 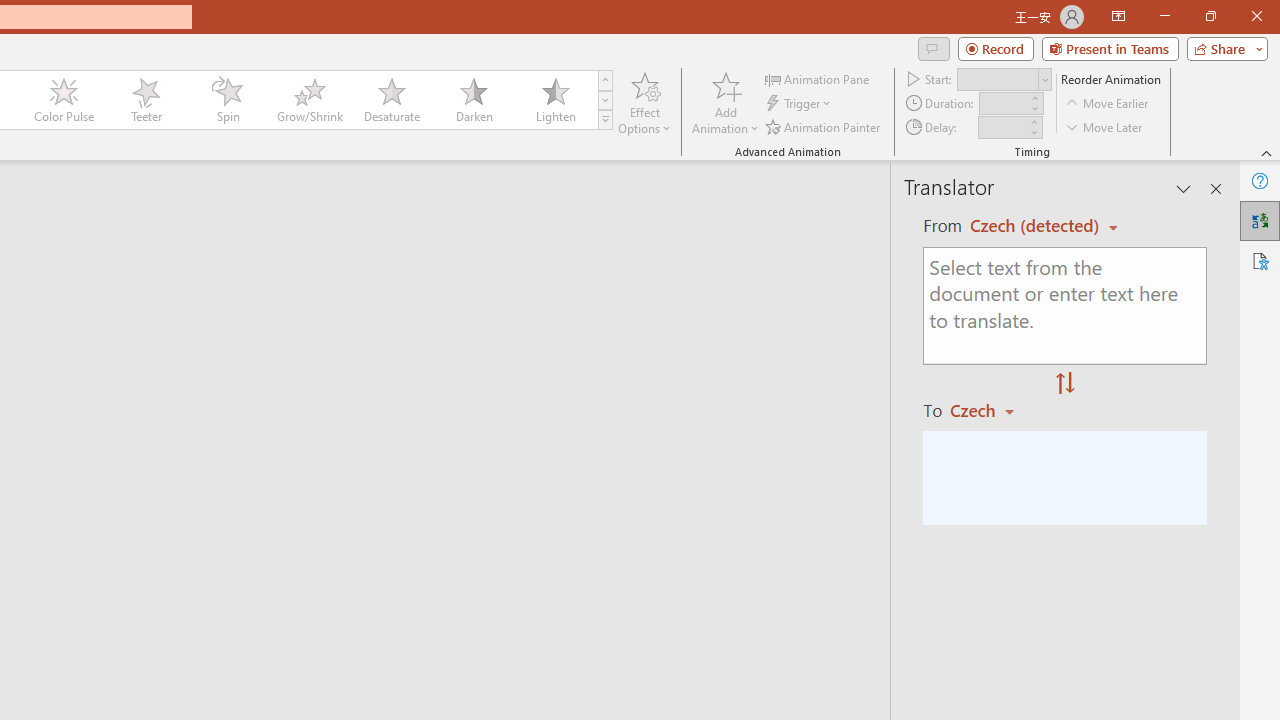 I want to click on 'Task Pane Options', so click(x=1184, y=189).